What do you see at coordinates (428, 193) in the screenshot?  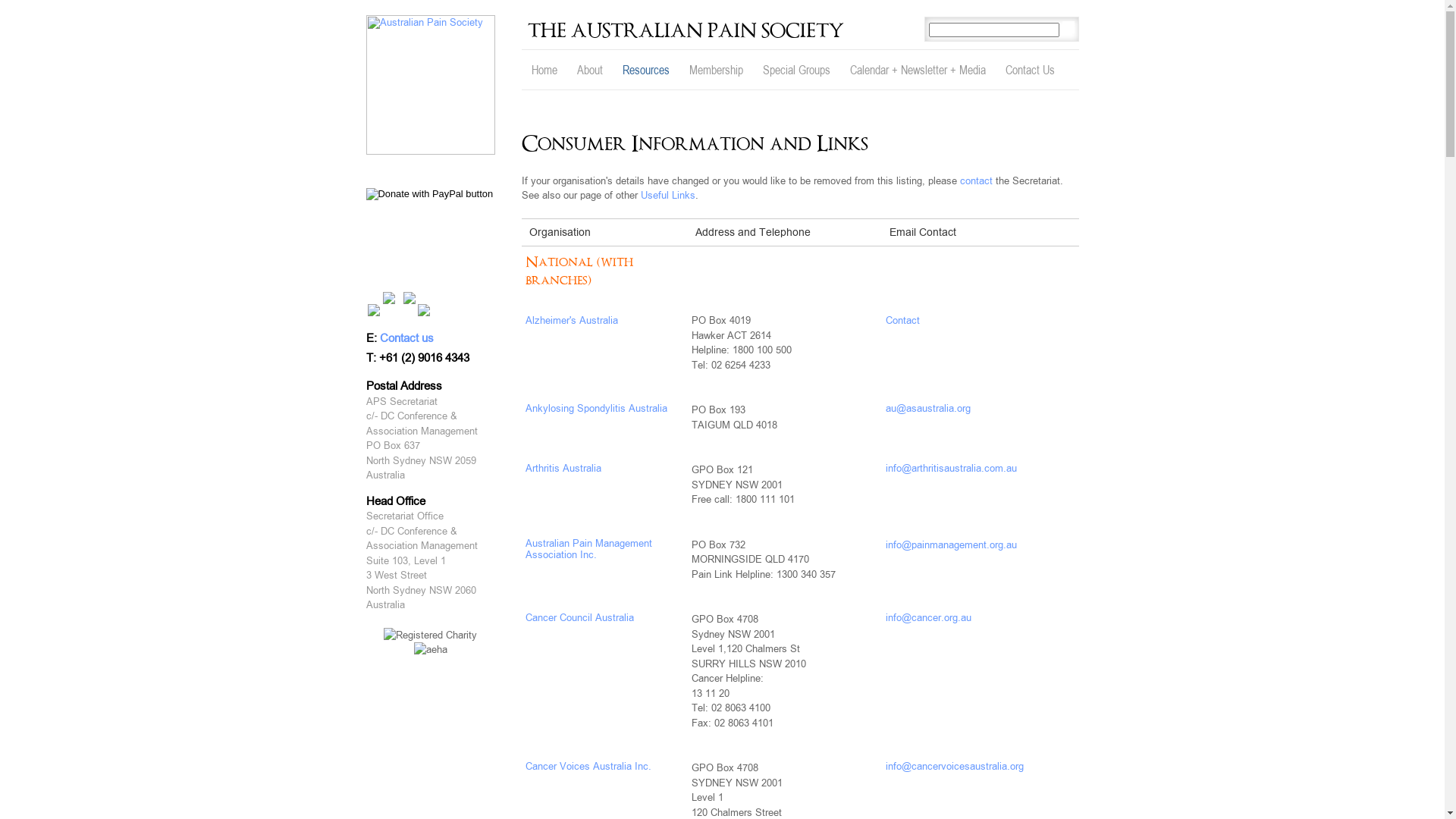 I see `'PayPal - The safer, easier way to pay online!'` at bounding box center [428, 193].